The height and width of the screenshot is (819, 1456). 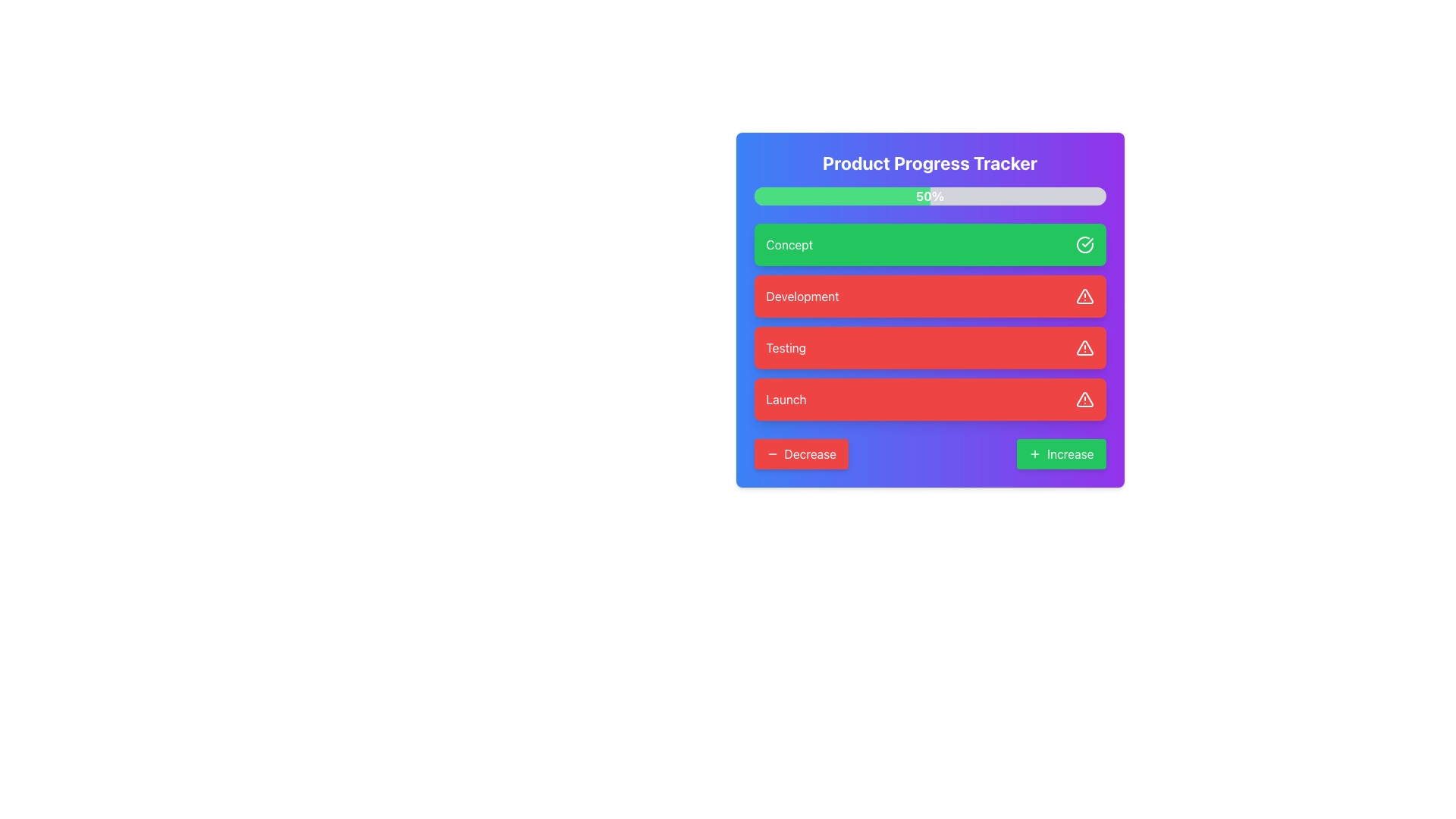 I want to click on the checkmark icon indicating completion in the 'Concept' stage of the progress tracker, so click(x=1087, y=242).